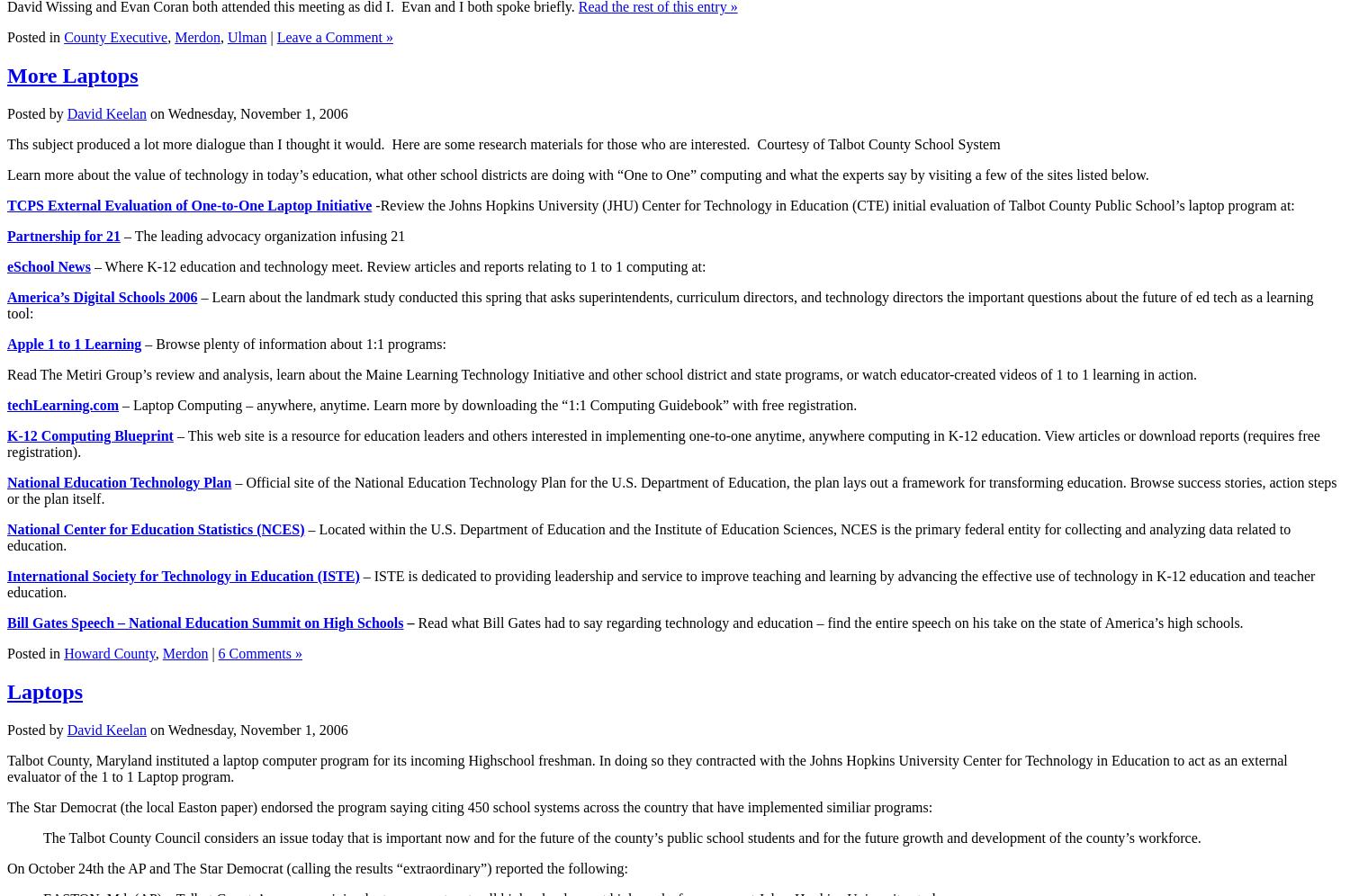  I want to click on 'More Laptops', so click(71, 75).